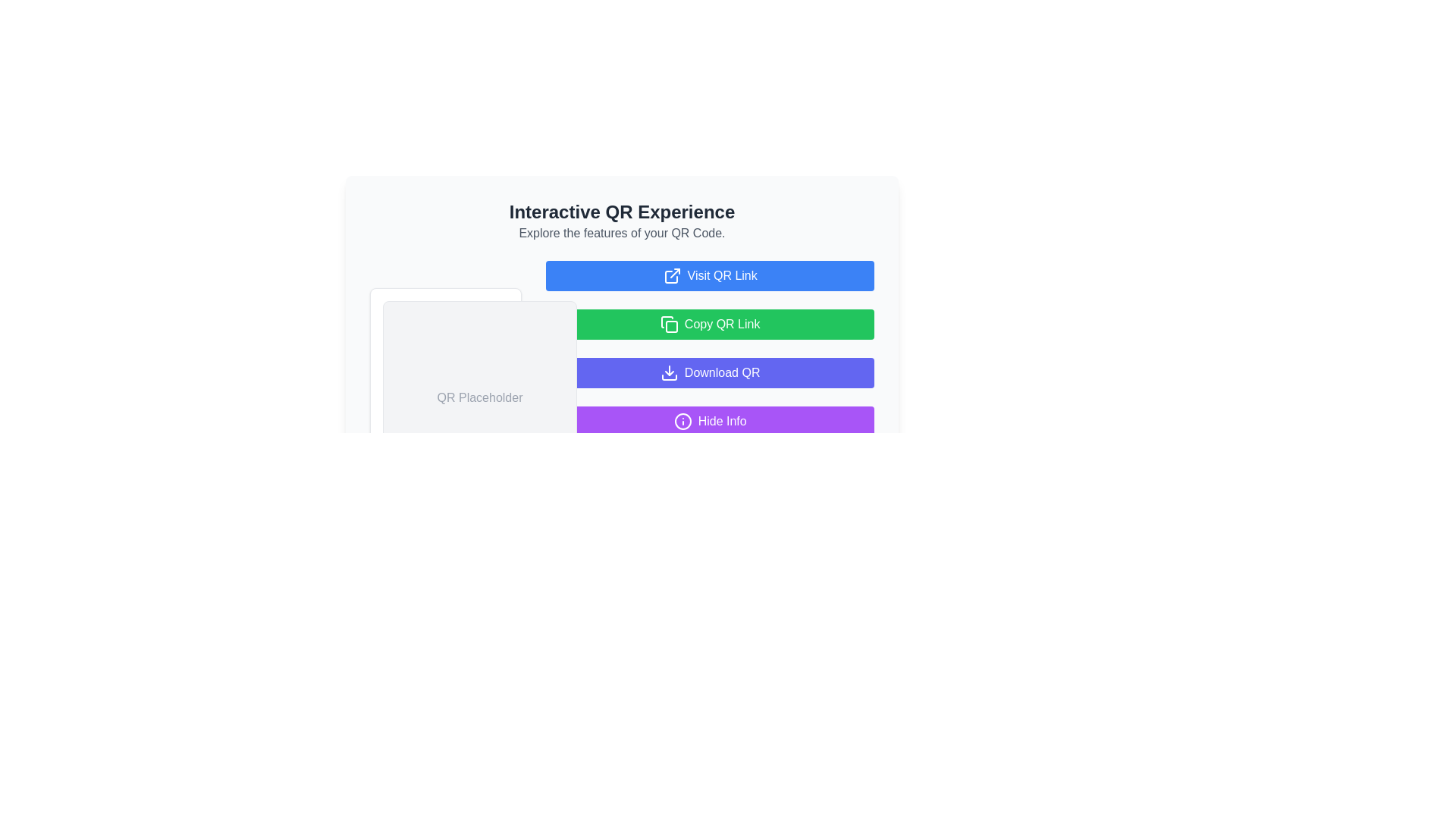 The height and width of the screenshot is (819, 1456). Describe the element at coordinates (479, 397) in the screenshot. I see `the text element labeled 'QR Placeholder', which is styled in gray and centered within a square area beneath the header 'Interactive QR Experience'` at that location.